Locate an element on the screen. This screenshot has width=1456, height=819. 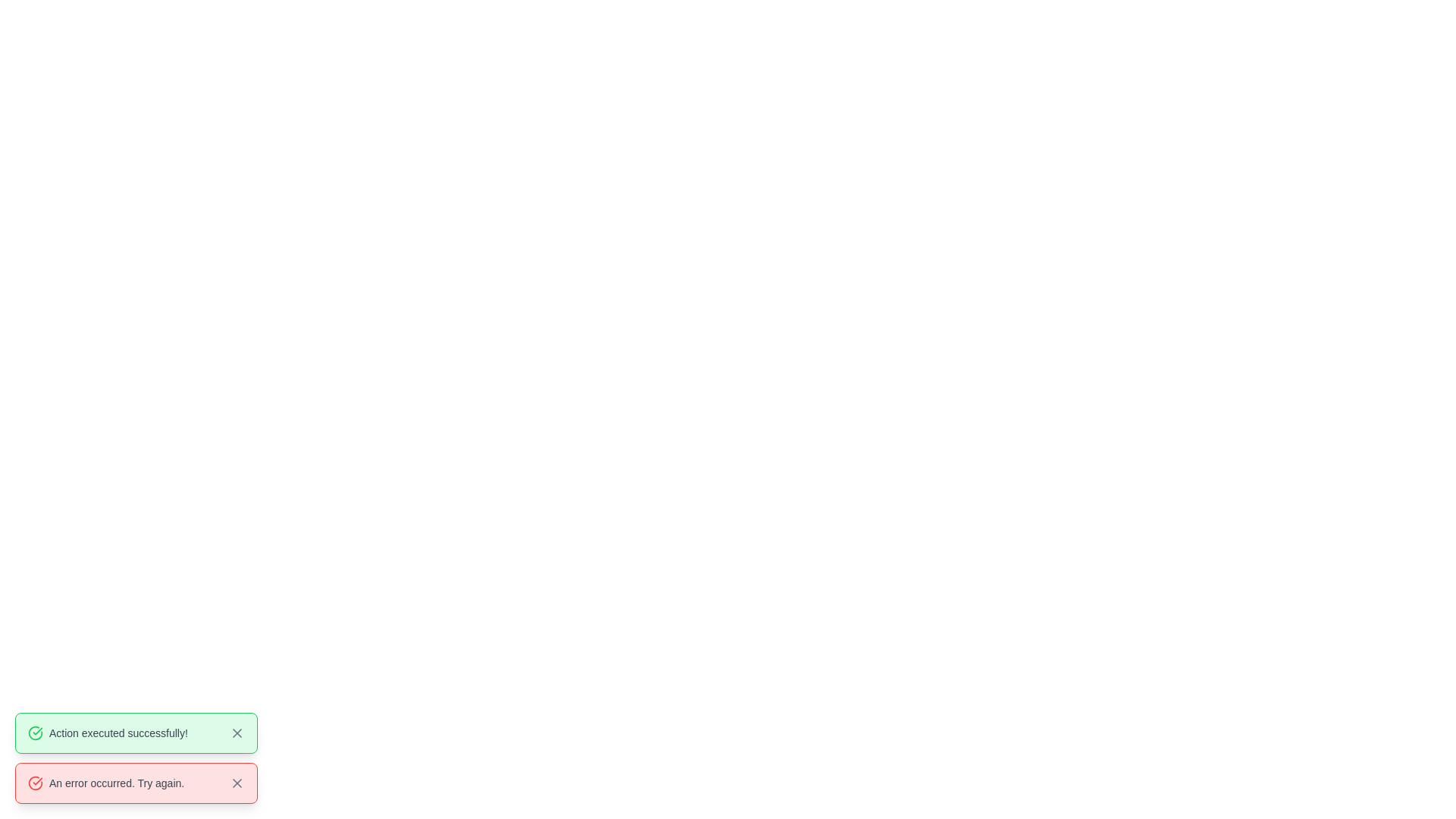
the small gray 'X' graphic within the SVG located in the bottom-right error notification area of the interface is located at coordinates (236, 733).